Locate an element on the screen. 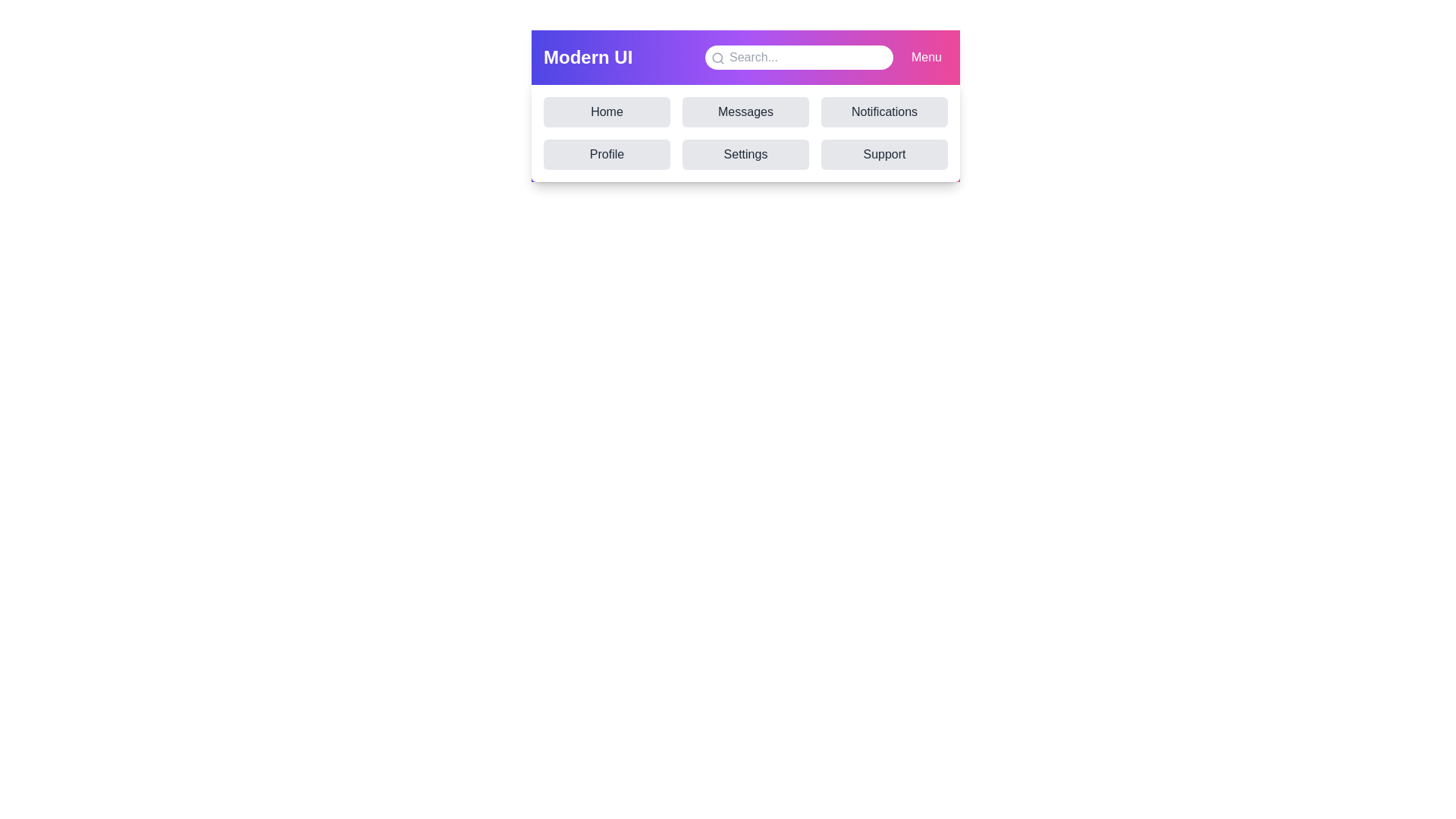 This screenshot has height=819, width=1456. the navigation item Settings to simulate navigation is located at coordinates (745, 155).